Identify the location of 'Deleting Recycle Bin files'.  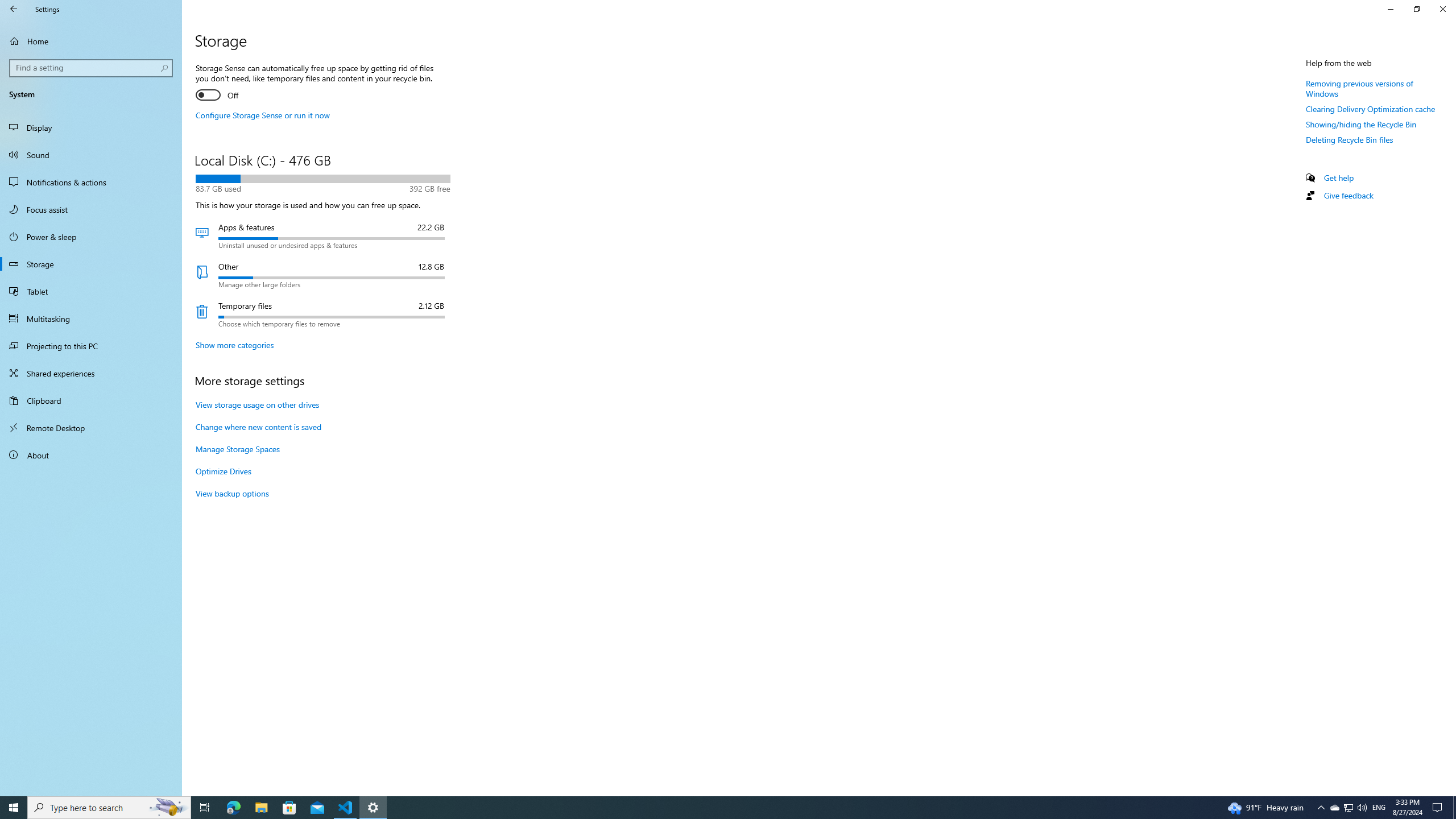
(1349, 139).